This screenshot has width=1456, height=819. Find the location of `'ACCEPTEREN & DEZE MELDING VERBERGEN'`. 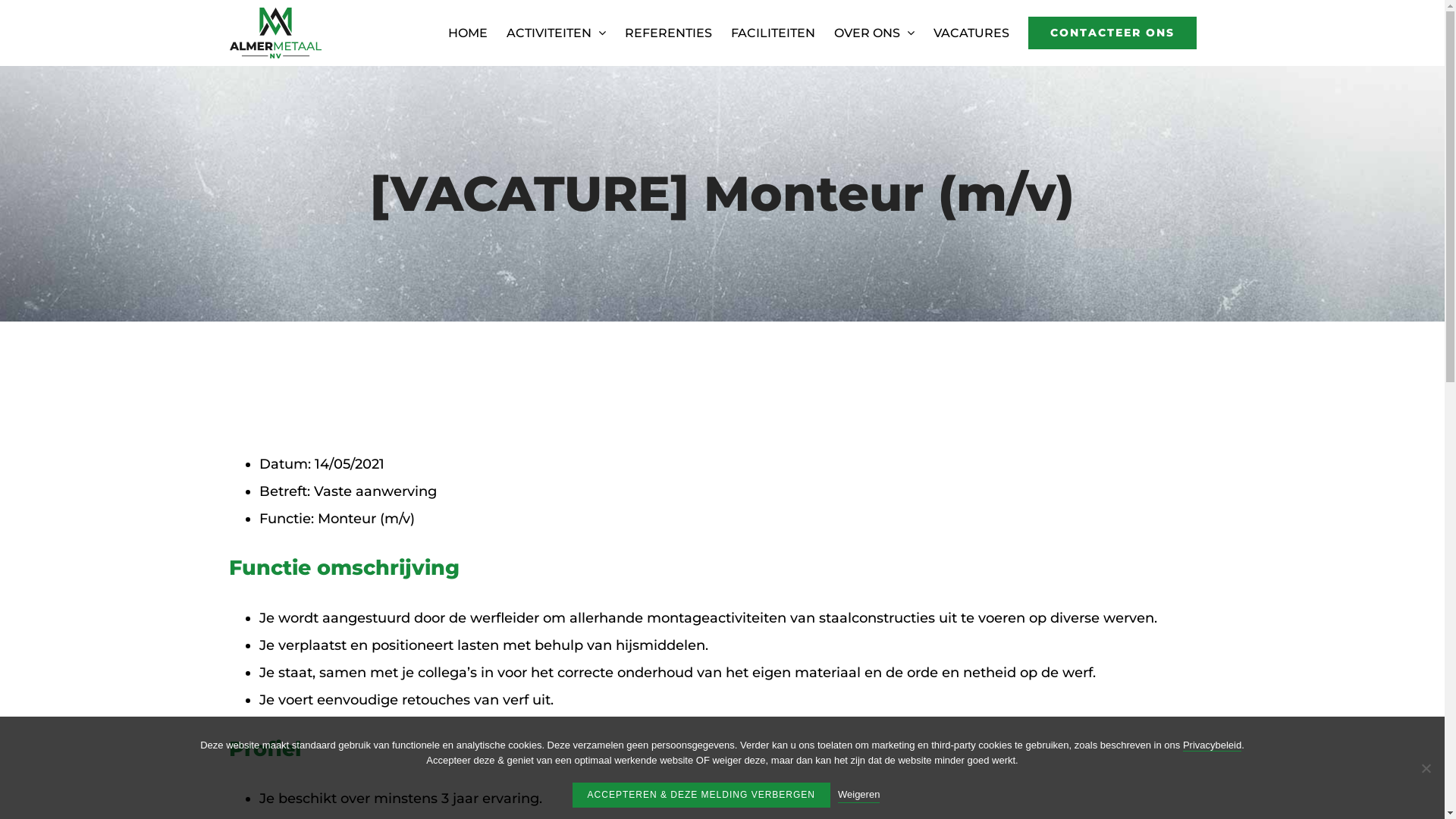

'ACCEPTEREN & DEZE MELDING VERBERGEN' is located at coordinates (701, 794).